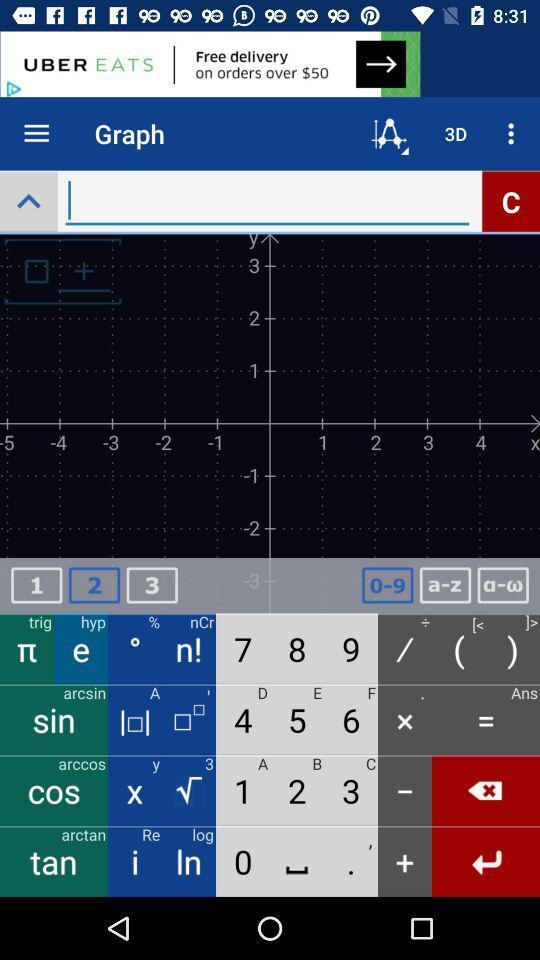 The height and width of the screenshot is (960, 540). I want to click on expand menu, so click(27, 201).